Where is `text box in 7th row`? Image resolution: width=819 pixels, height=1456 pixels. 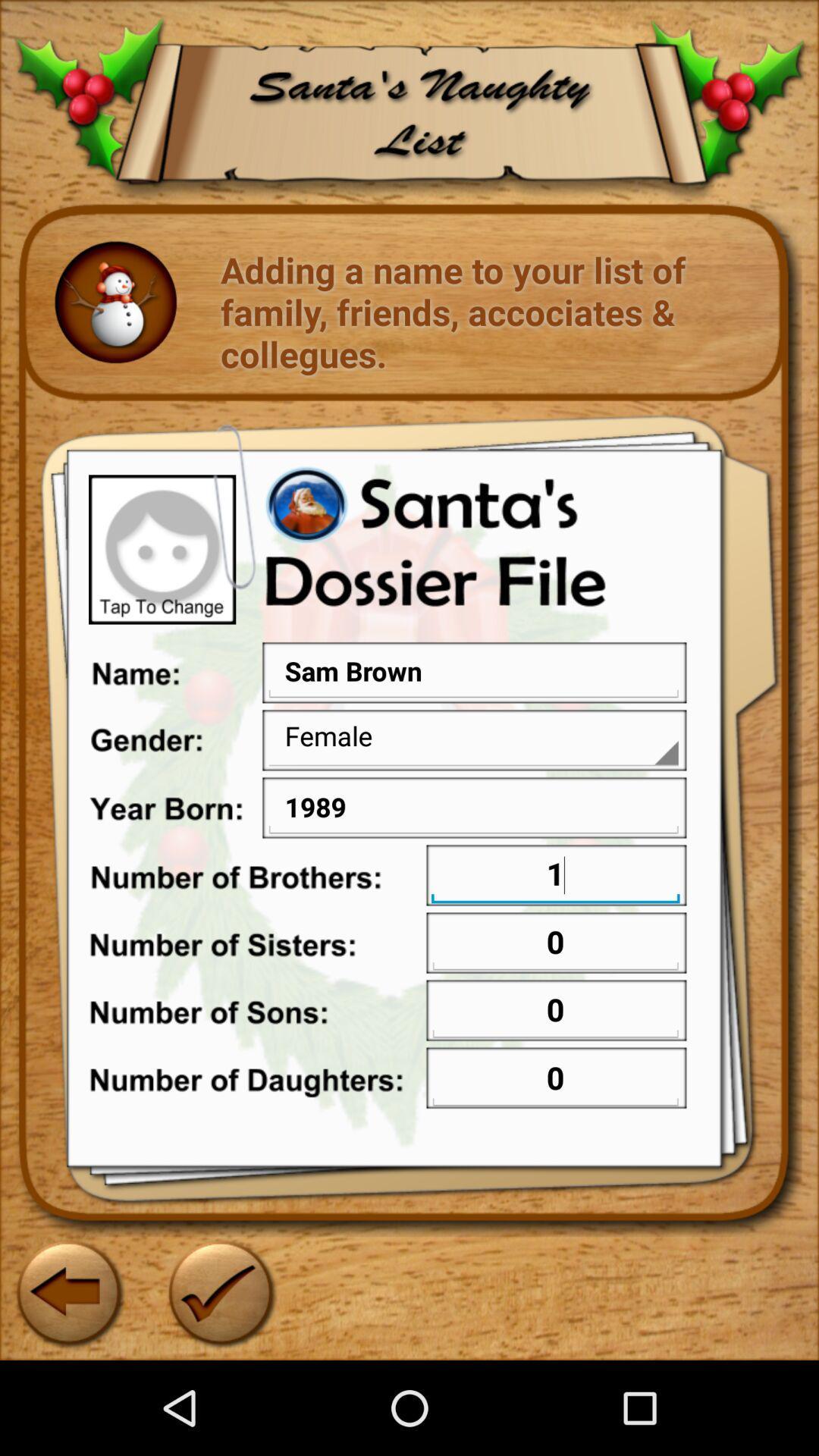
text box in 7th row is located at coordinates (555, 1079).